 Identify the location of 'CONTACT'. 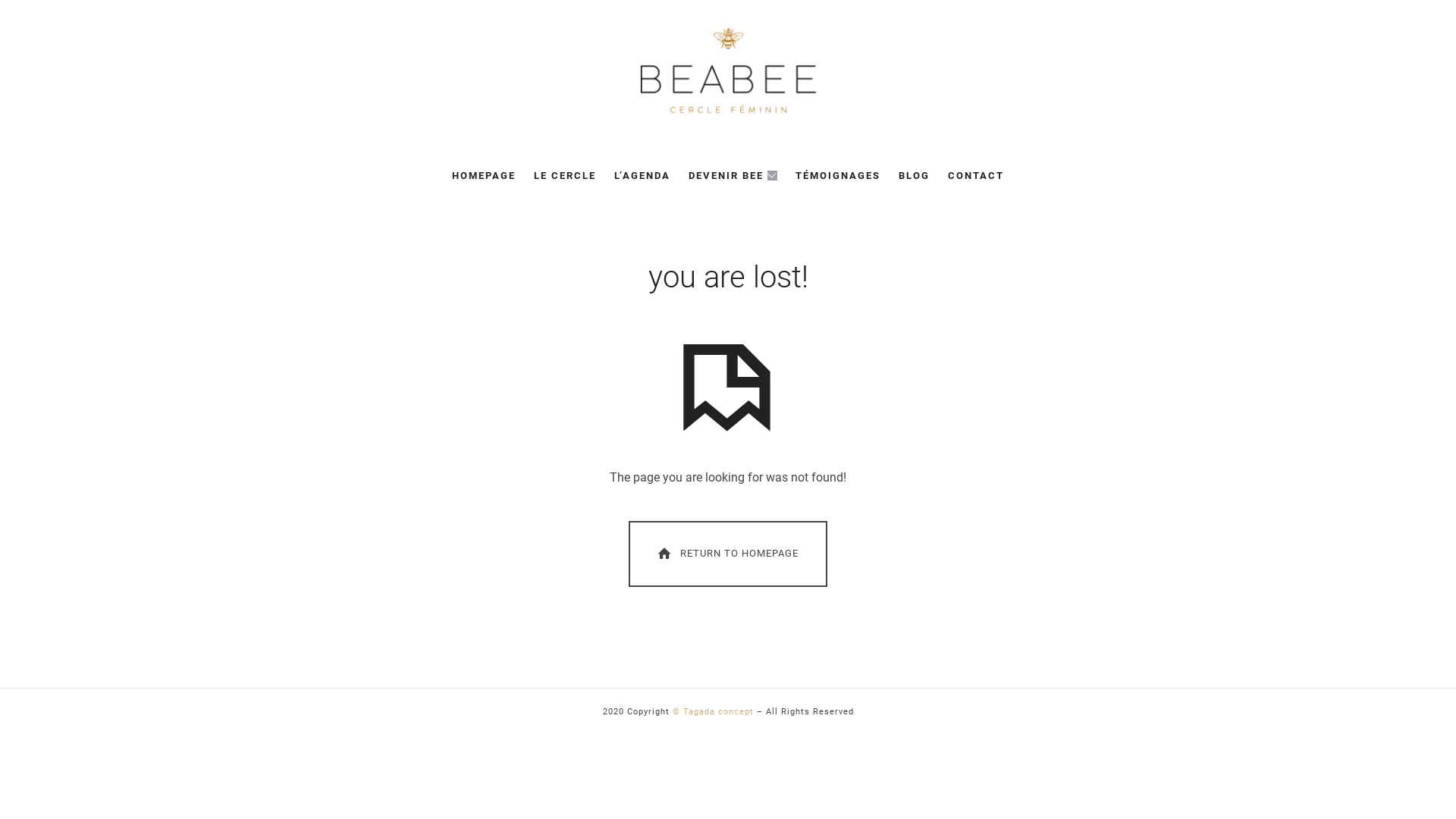
(975, 174).